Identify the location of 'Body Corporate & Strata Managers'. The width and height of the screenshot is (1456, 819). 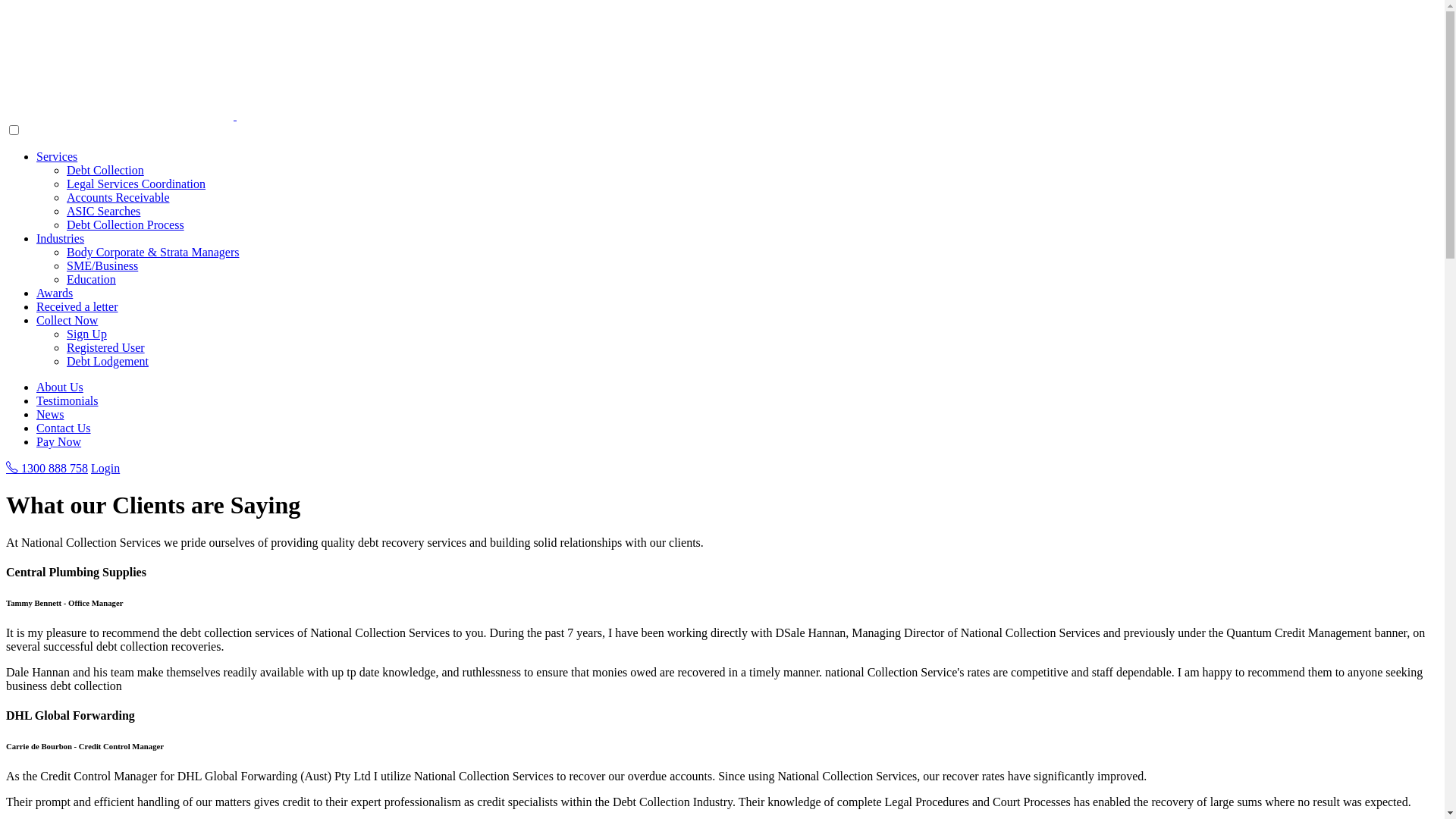
(152, 251).